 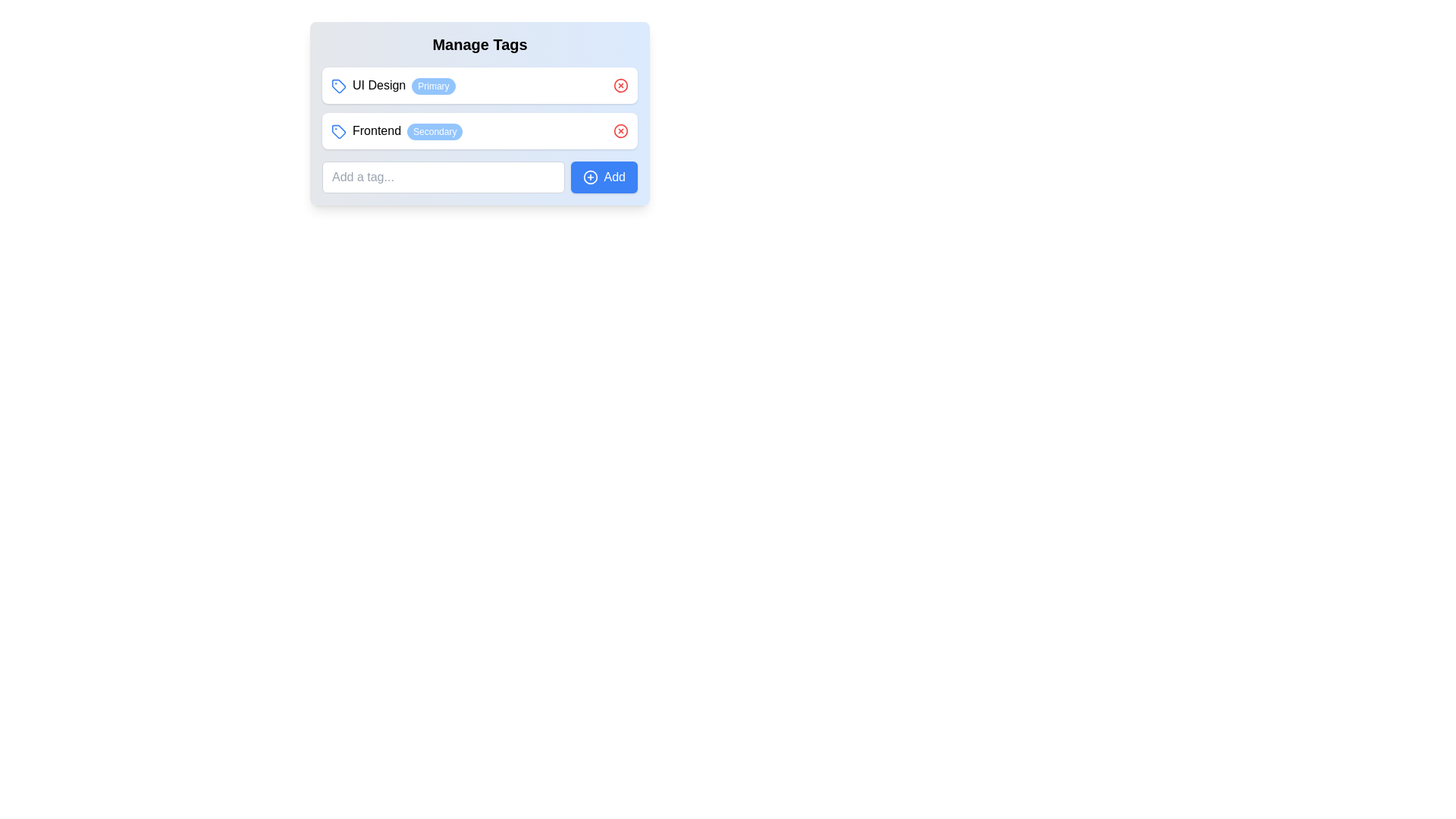 I want to click on the 'Frontend Secondary' label with a blue icon and rounded badge, so click(x=397, y=130).